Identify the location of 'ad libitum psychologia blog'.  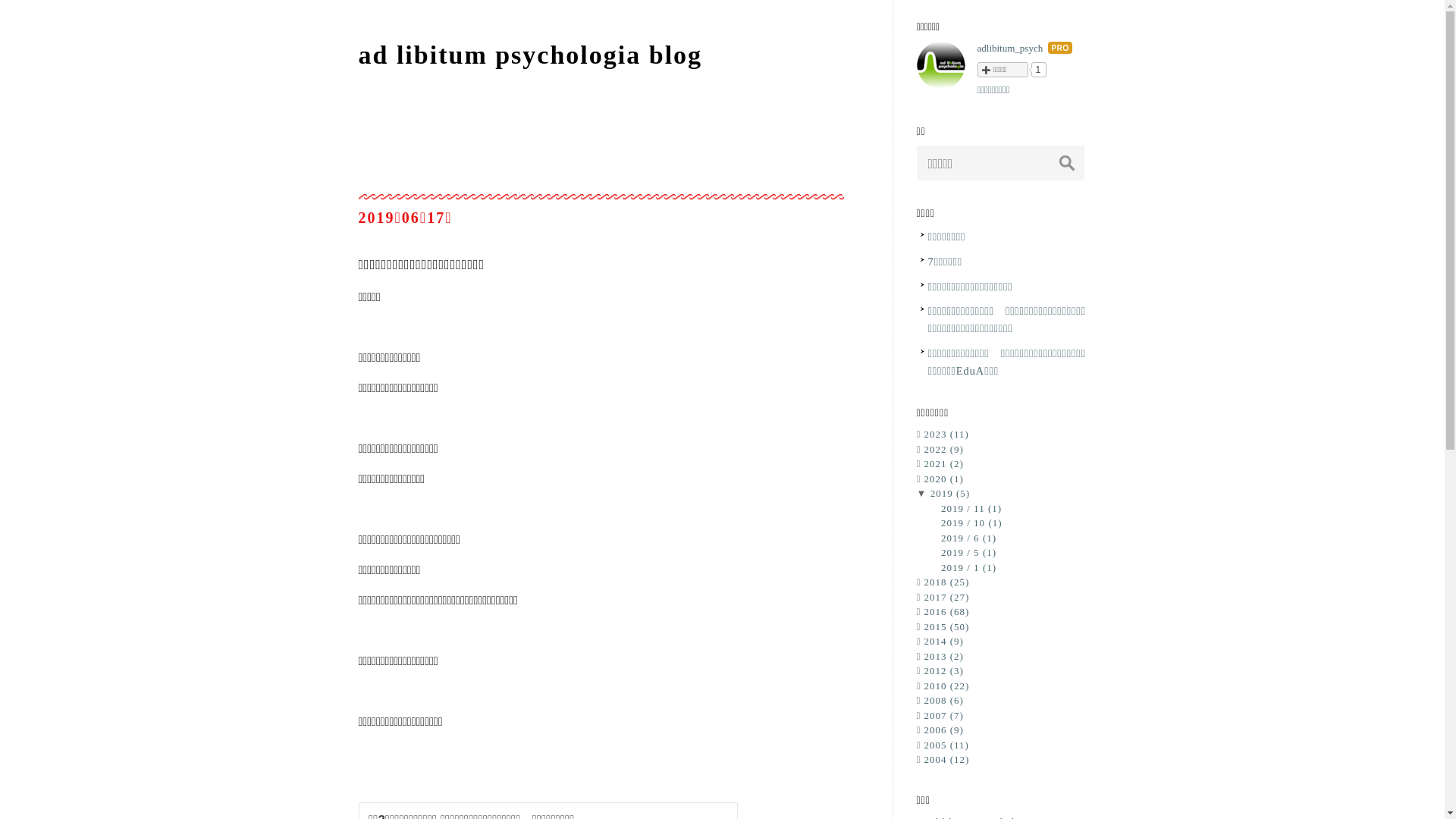
(530, 54).